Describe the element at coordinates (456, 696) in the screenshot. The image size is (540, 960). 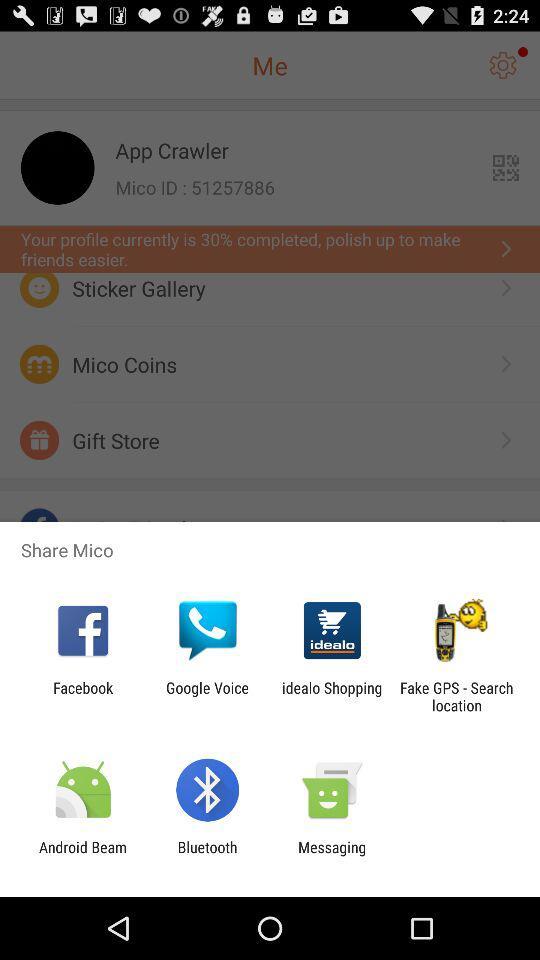
I see `app next to idealo shopping item` at that location.